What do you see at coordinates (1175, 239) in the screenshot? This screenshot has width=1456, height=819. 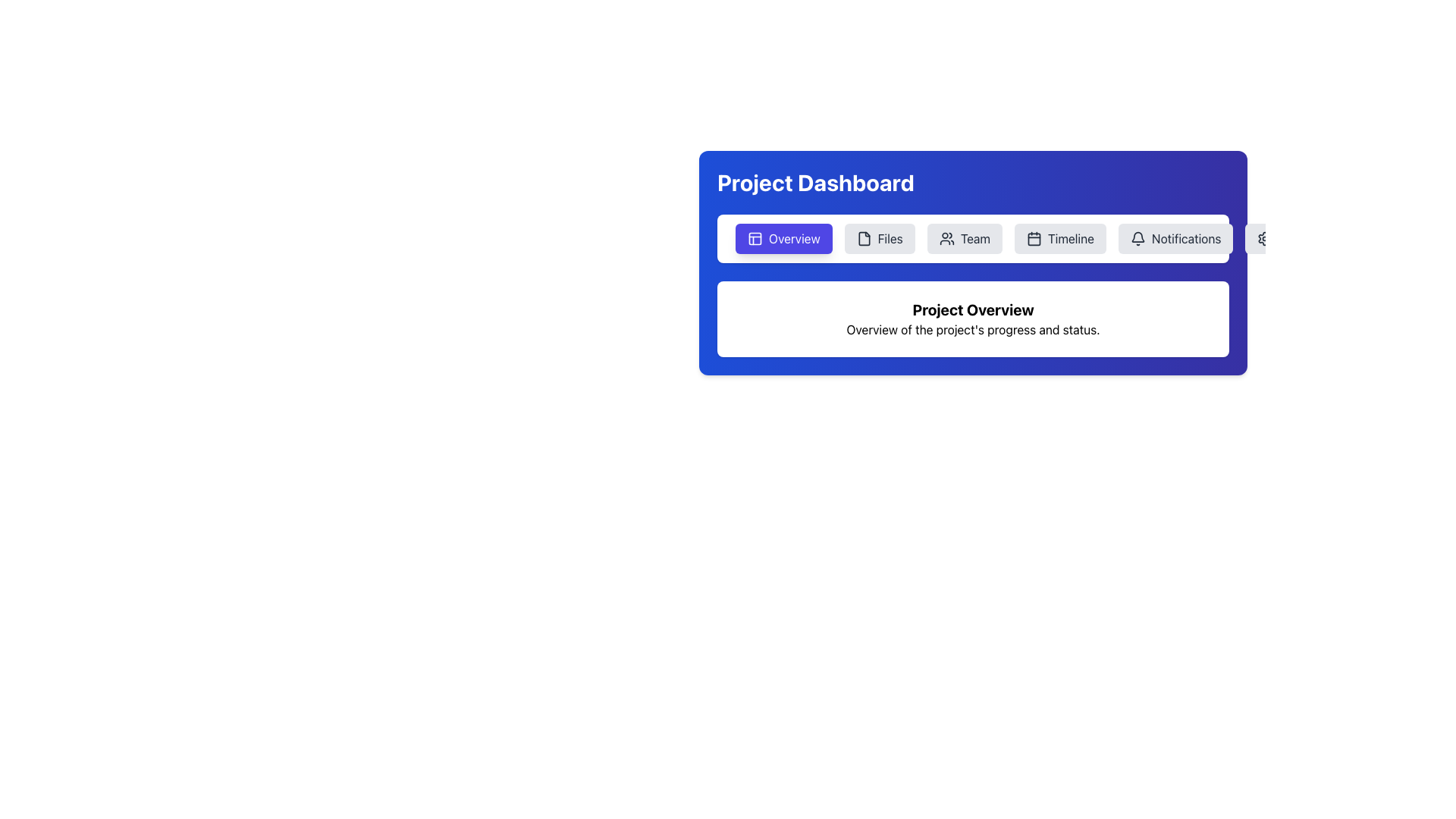 I see `the 'Notifications' button, which is a rectangular button with rounded corners, light gray background, and darker gray text, located in the navigation bar near the top of the interface` at bounding box center [1175, 239].